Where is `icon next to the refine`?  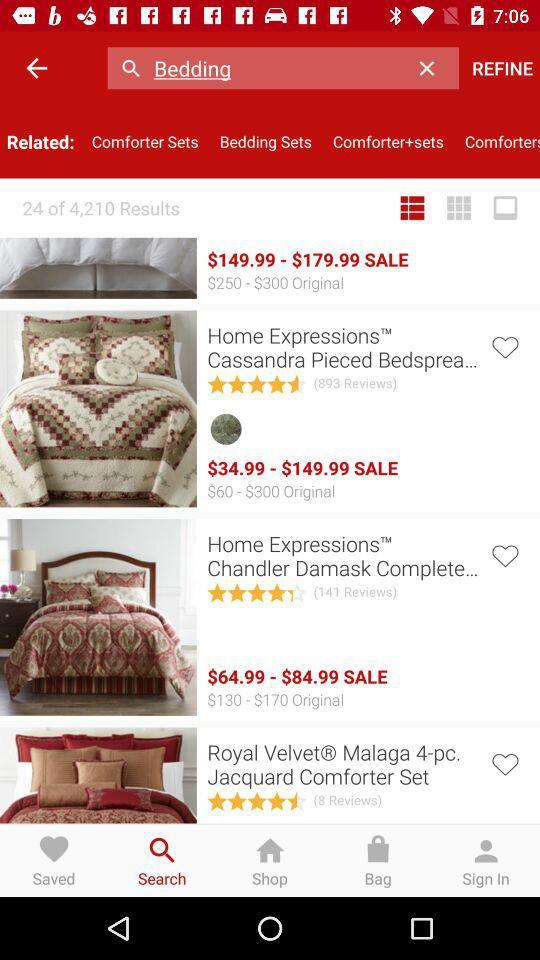
icon next to the refine is located at coordinates (431, 68).